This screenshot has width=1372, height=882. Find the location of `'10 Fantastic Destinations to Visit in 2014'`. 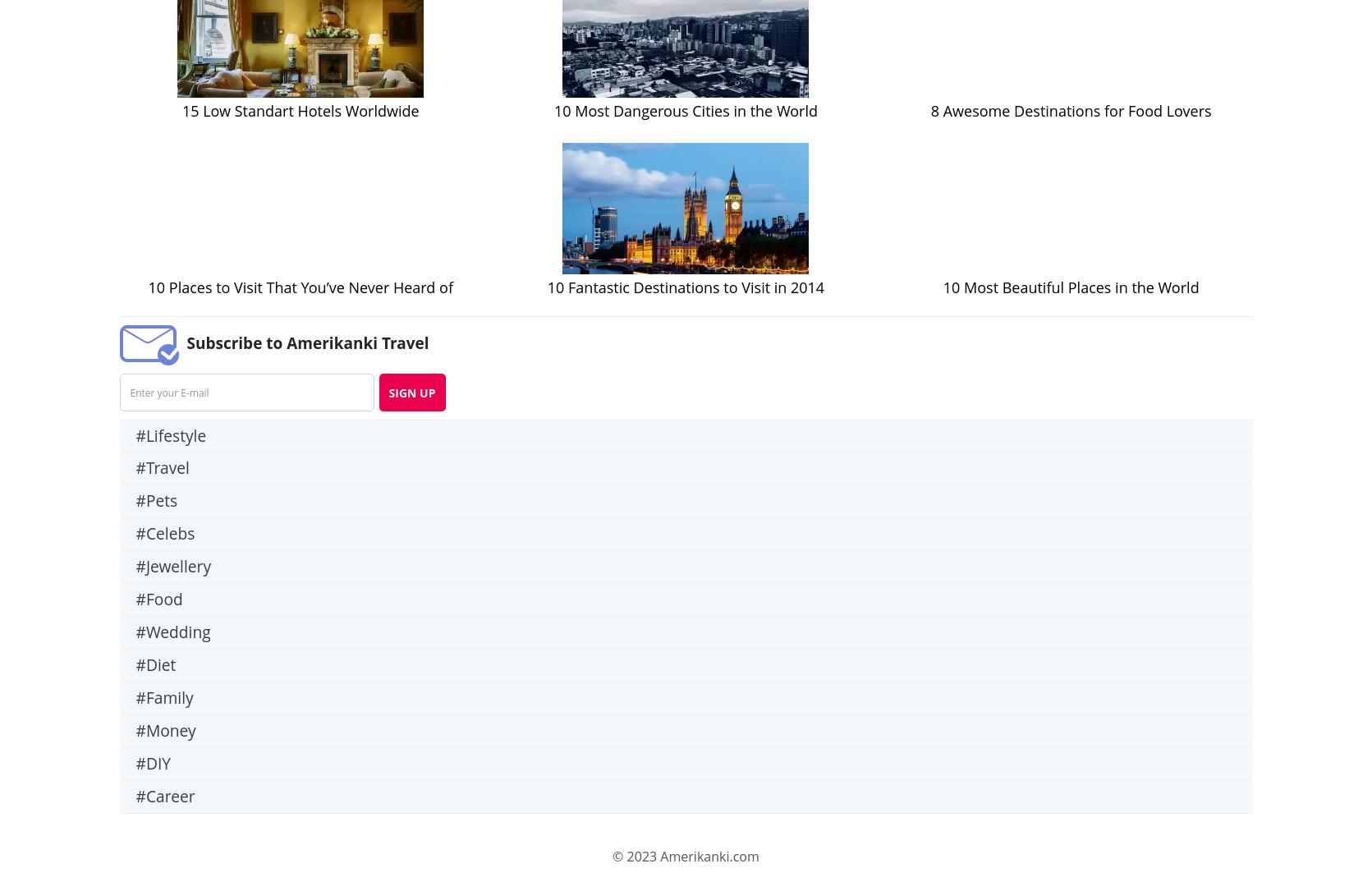

'10 Fantastic Destinations to Visit in 2014' is located at coordinates (546, 287).